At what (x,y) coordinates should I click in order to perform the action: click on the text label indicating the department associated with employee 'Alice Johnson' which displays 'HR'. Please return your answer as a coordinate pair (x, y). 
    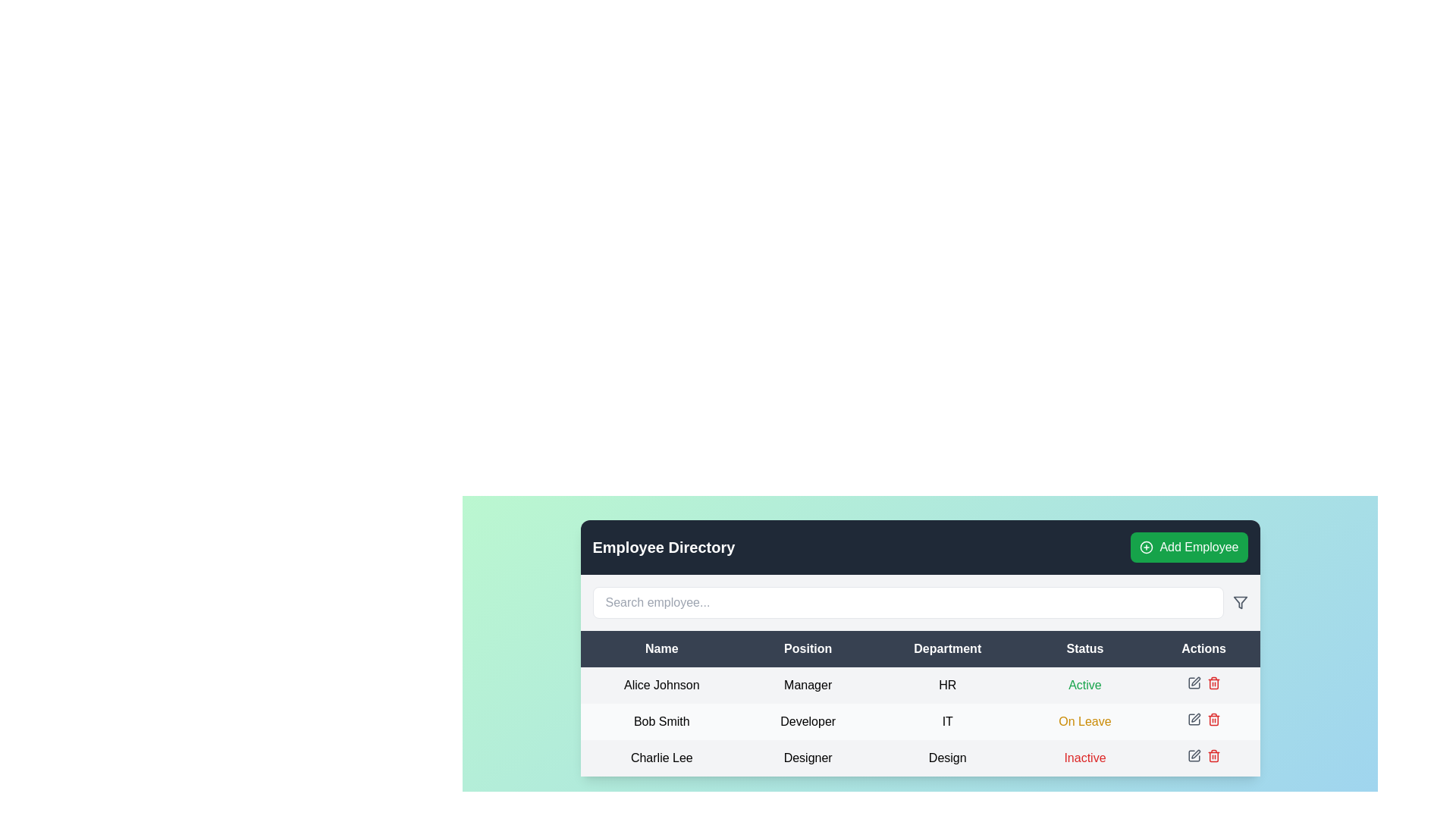
    Looking at the image, I should click on (946, 685).